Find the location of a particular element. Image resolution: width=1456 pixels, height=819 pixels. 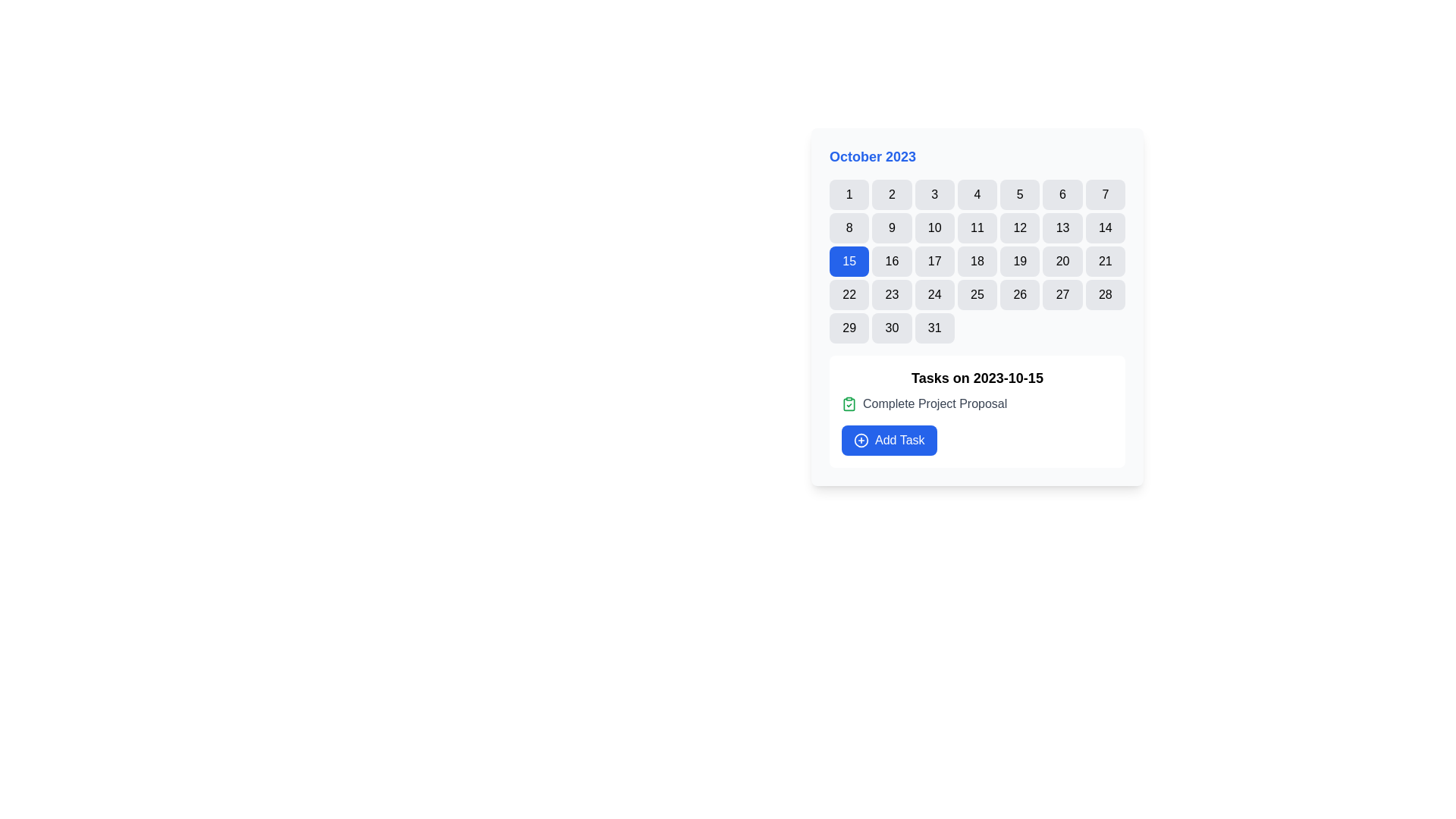

the square-shaped button with rounded borders displaying the number '22', located in the calendar grid is located at coordinates (848, 295).